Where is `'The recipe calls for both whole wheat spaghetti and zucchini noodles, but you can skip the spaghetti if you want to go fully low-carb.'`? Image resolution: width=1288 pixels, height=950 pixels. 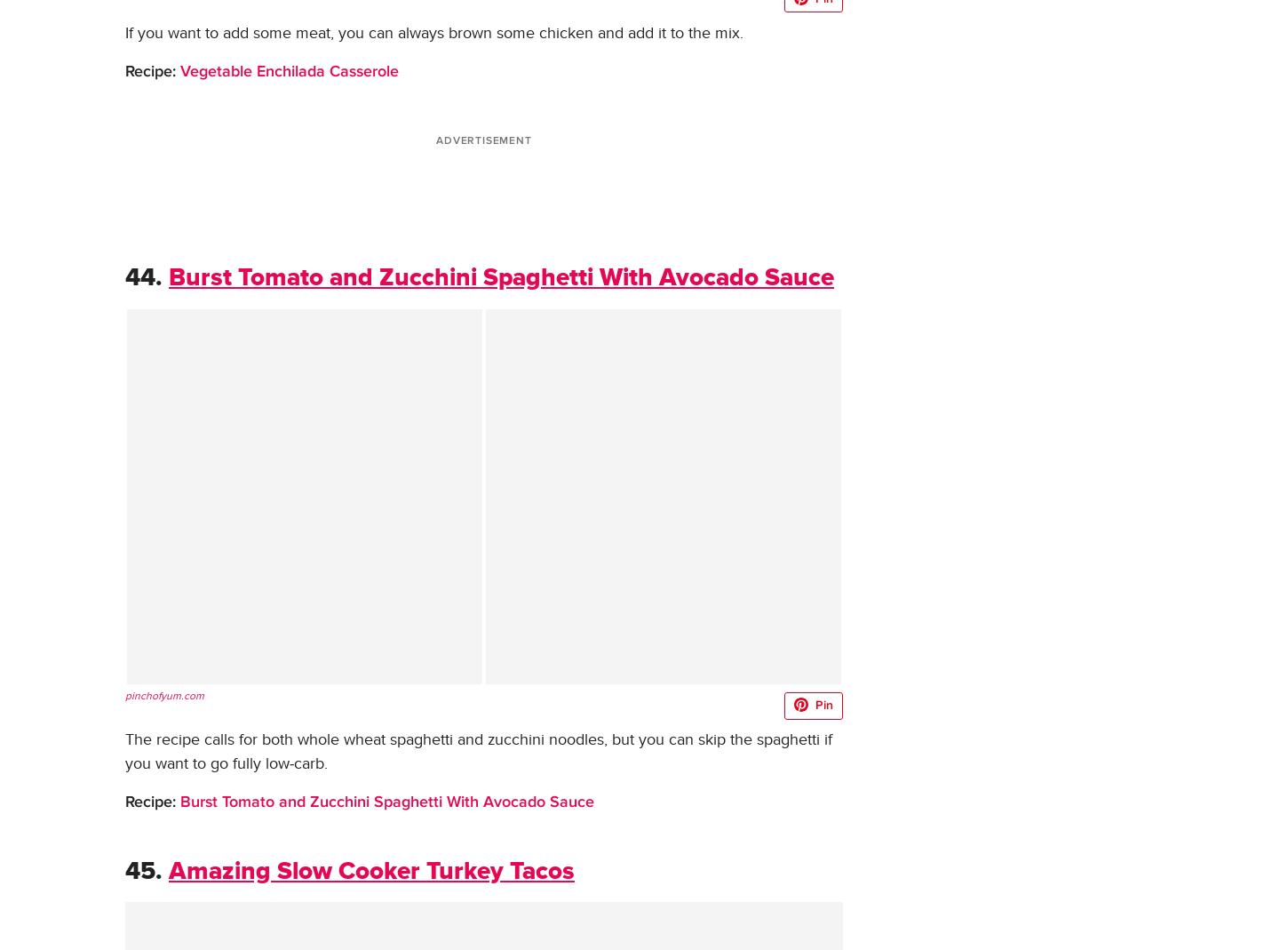
'The recipe calls for both whole wheat spaghetti and zucchini noodles, but you can skip the spaghetti if you want to go fully low-carb.' is located at coordinates (478, 752).